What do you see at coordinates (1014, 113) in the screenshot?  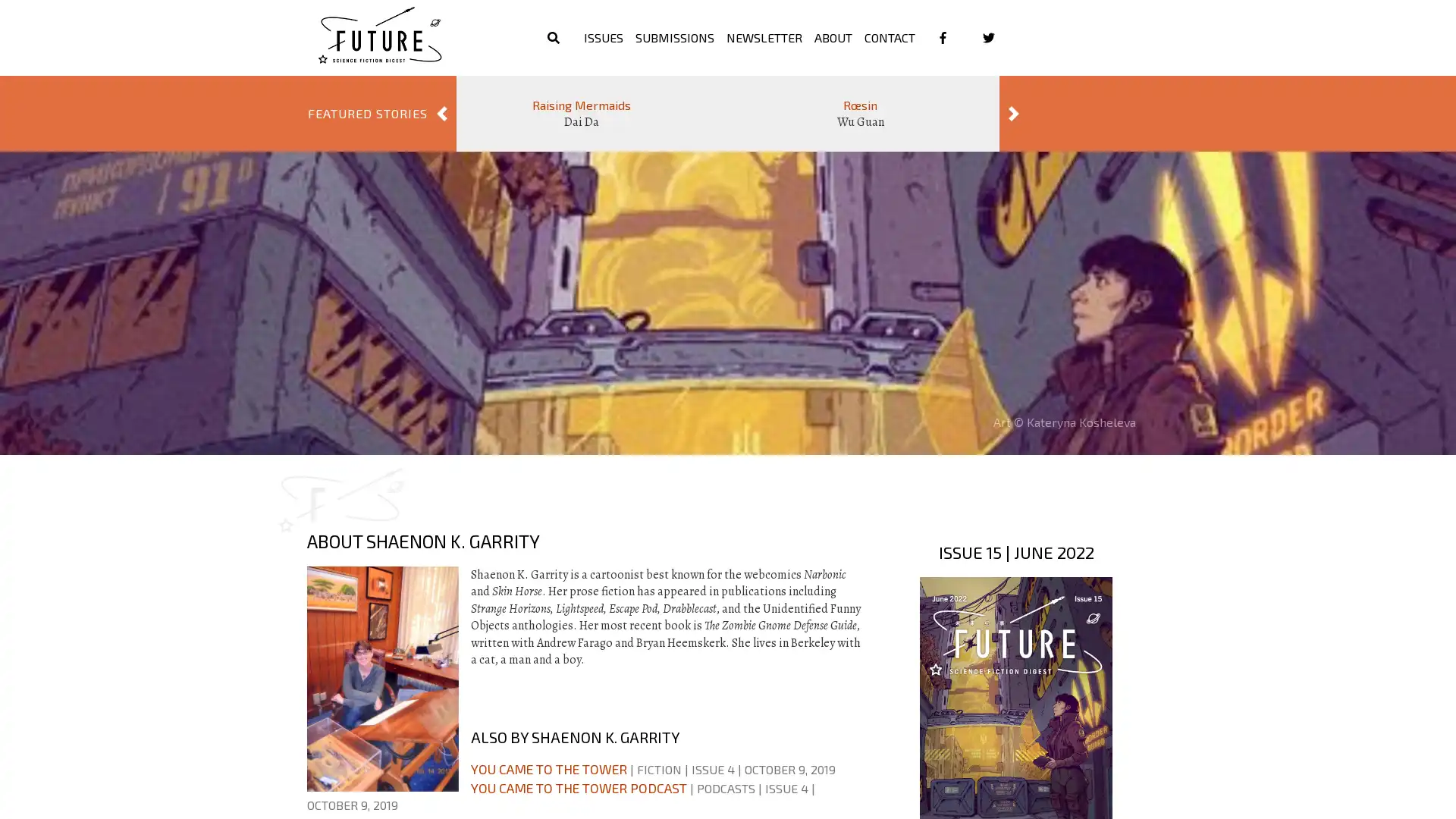 I see `Next` at bounding box center [1014, 113].